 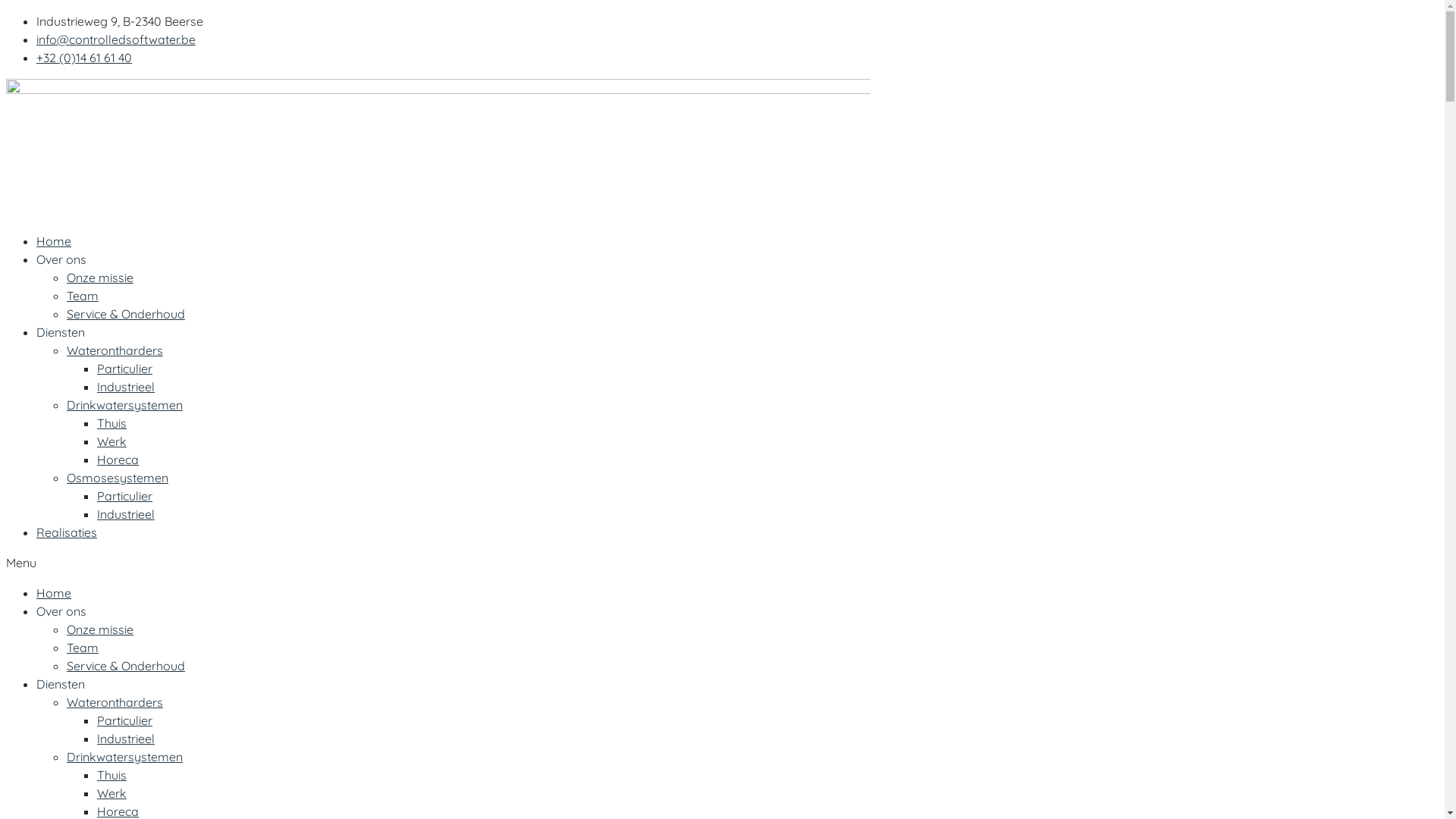 I want to click on 'Particulier', so click(x=124, y=719).